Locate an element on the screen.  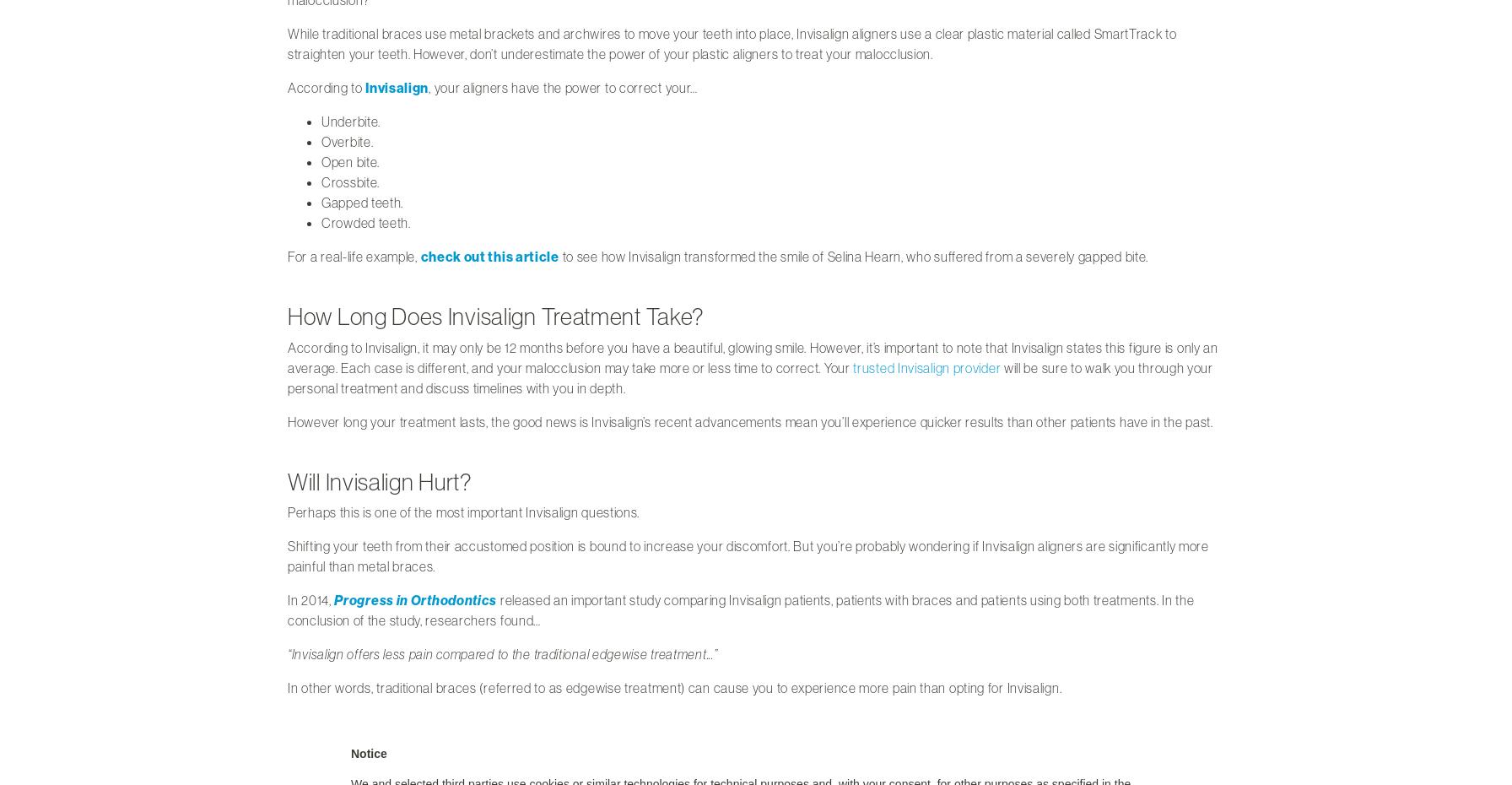
'How Long Does Invisalign Treatment Take?' is located at coordinates (288, 315).